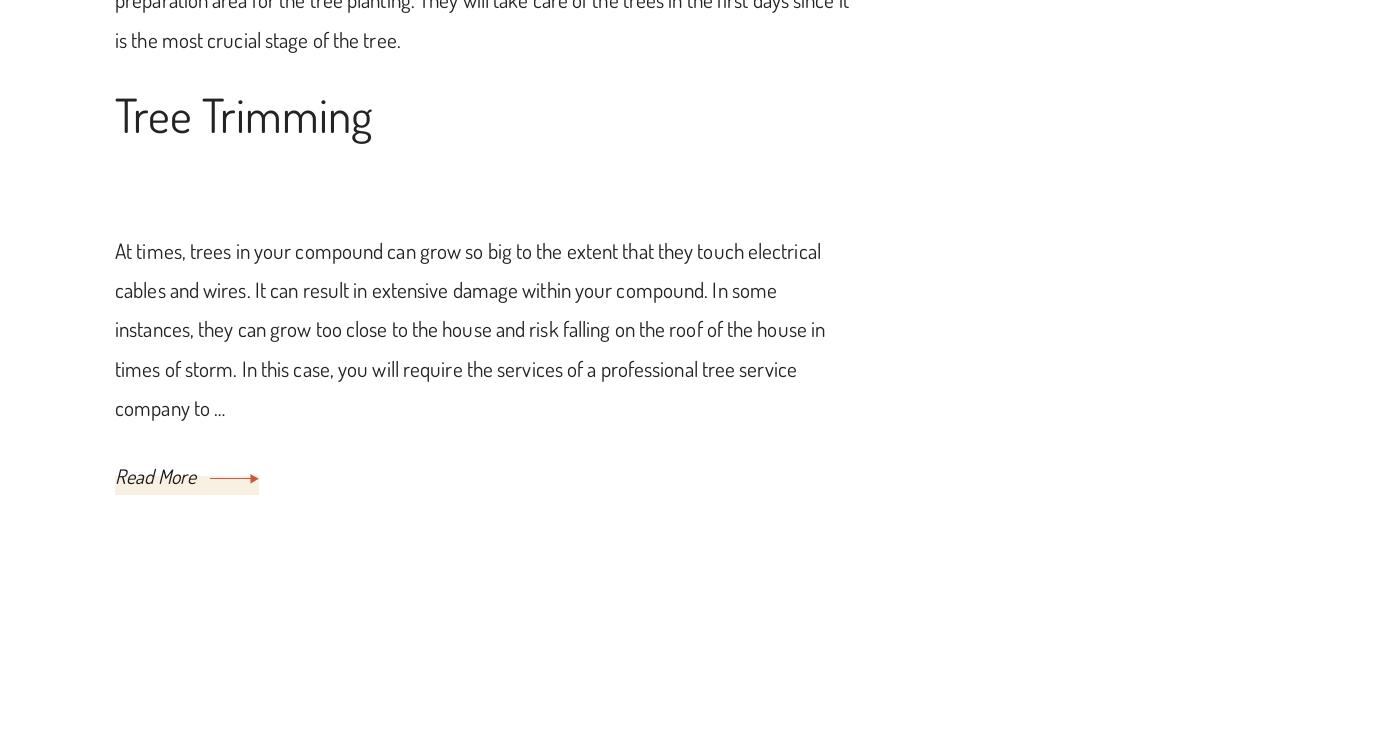 This screenshot has height=748, width=1400. Describe the element at coordinates (907, 709) in the screenshot. I see `'Blossom Themes'` at that location.